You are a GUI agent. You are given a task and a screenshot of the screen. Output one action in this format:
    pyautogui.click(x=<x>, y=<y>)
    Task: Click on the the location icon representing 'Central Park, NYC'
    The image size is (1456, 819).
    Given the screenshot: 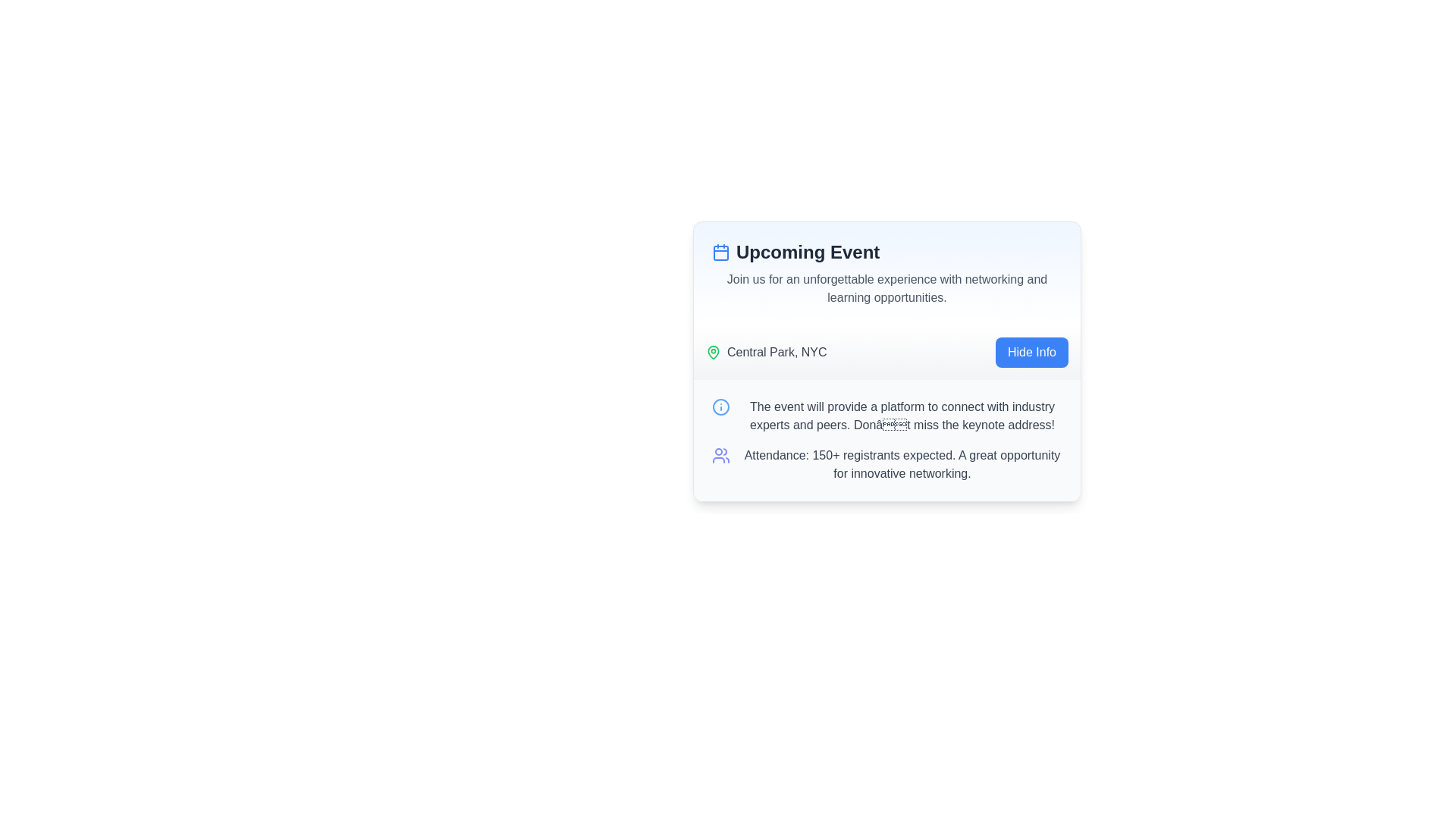 What is the action you would take?
    pyautogui.click(x=712, y=353)
    